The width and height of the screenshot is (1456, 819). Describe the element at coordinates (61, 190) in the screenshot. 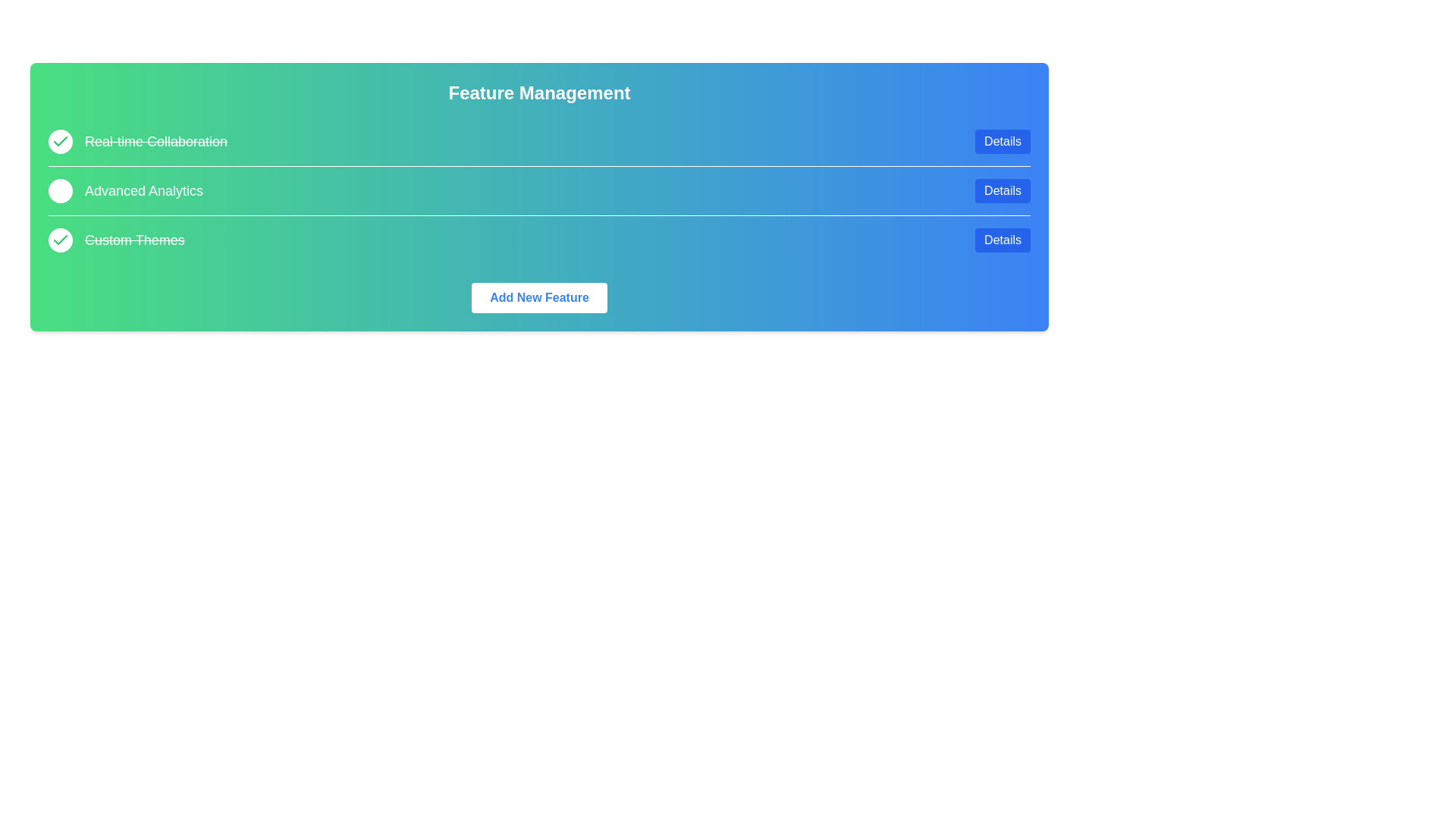

I see `the feature Advanced Analytics by clicking its circular checkbox` at that location.